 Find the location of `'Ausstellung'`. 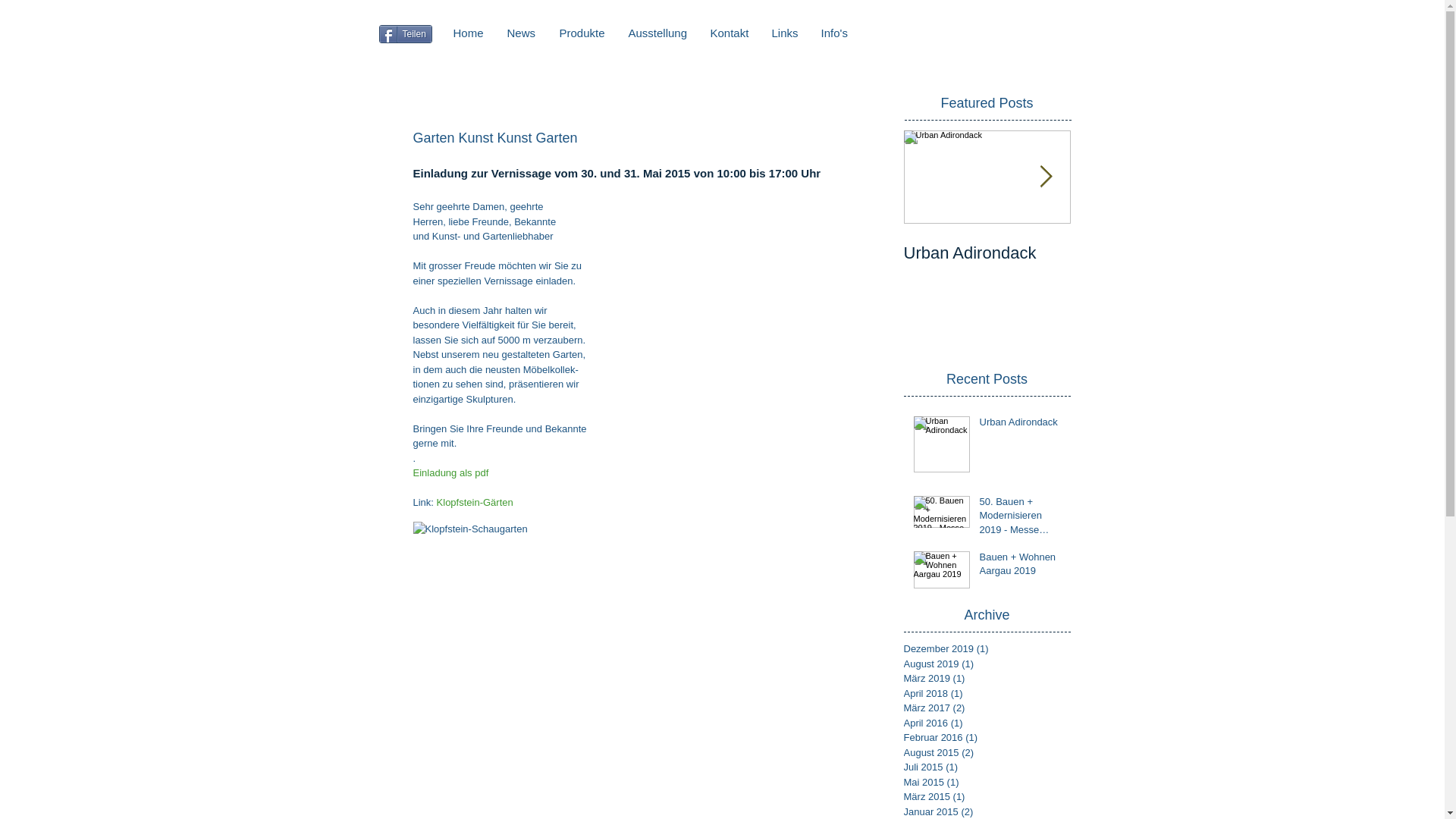

'Ausstellung' is located at coordinates (617, 32).